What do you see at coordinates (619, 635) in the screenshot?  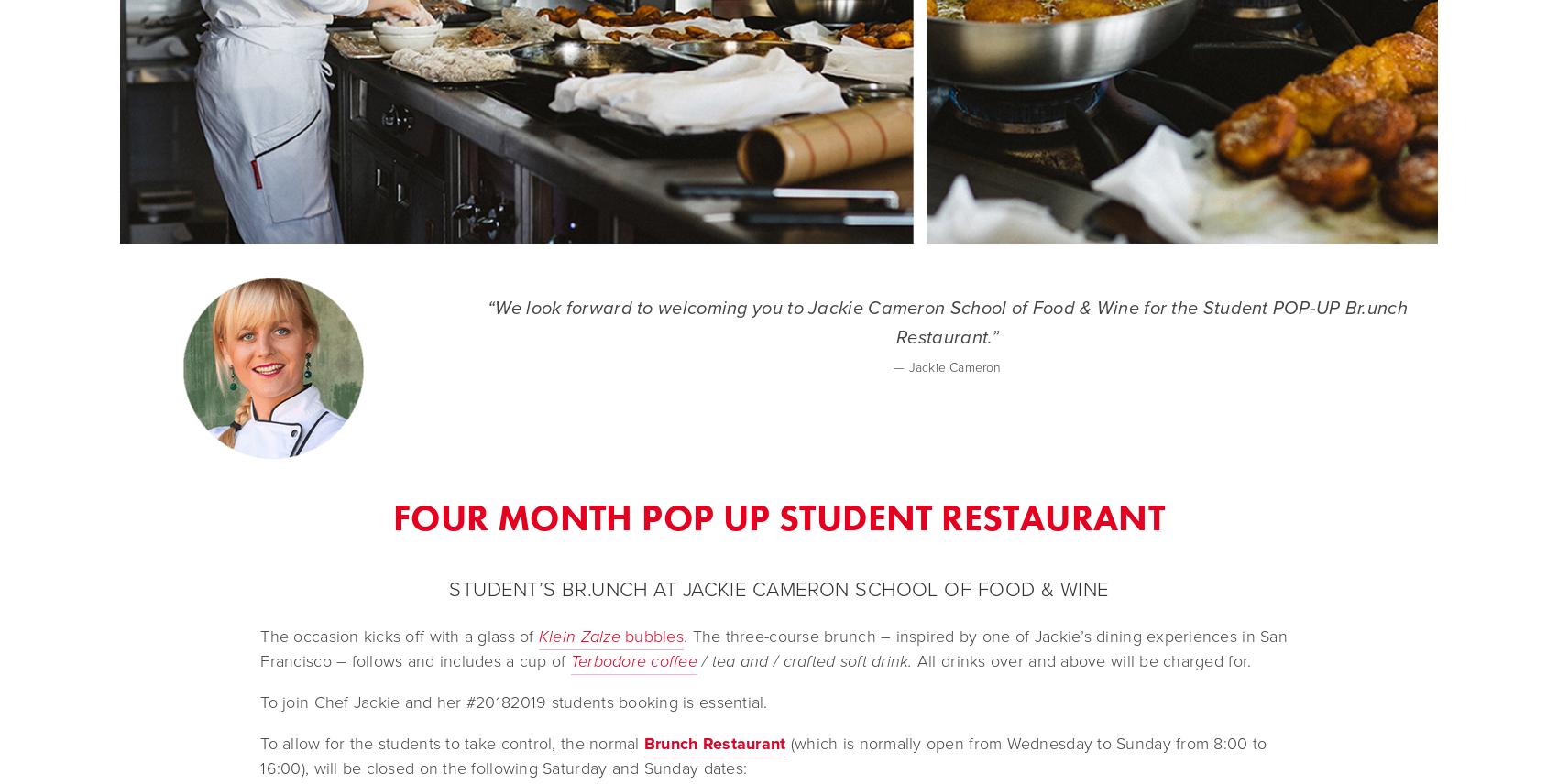 I see `'bubbles'` at bounding box center [619, 635].